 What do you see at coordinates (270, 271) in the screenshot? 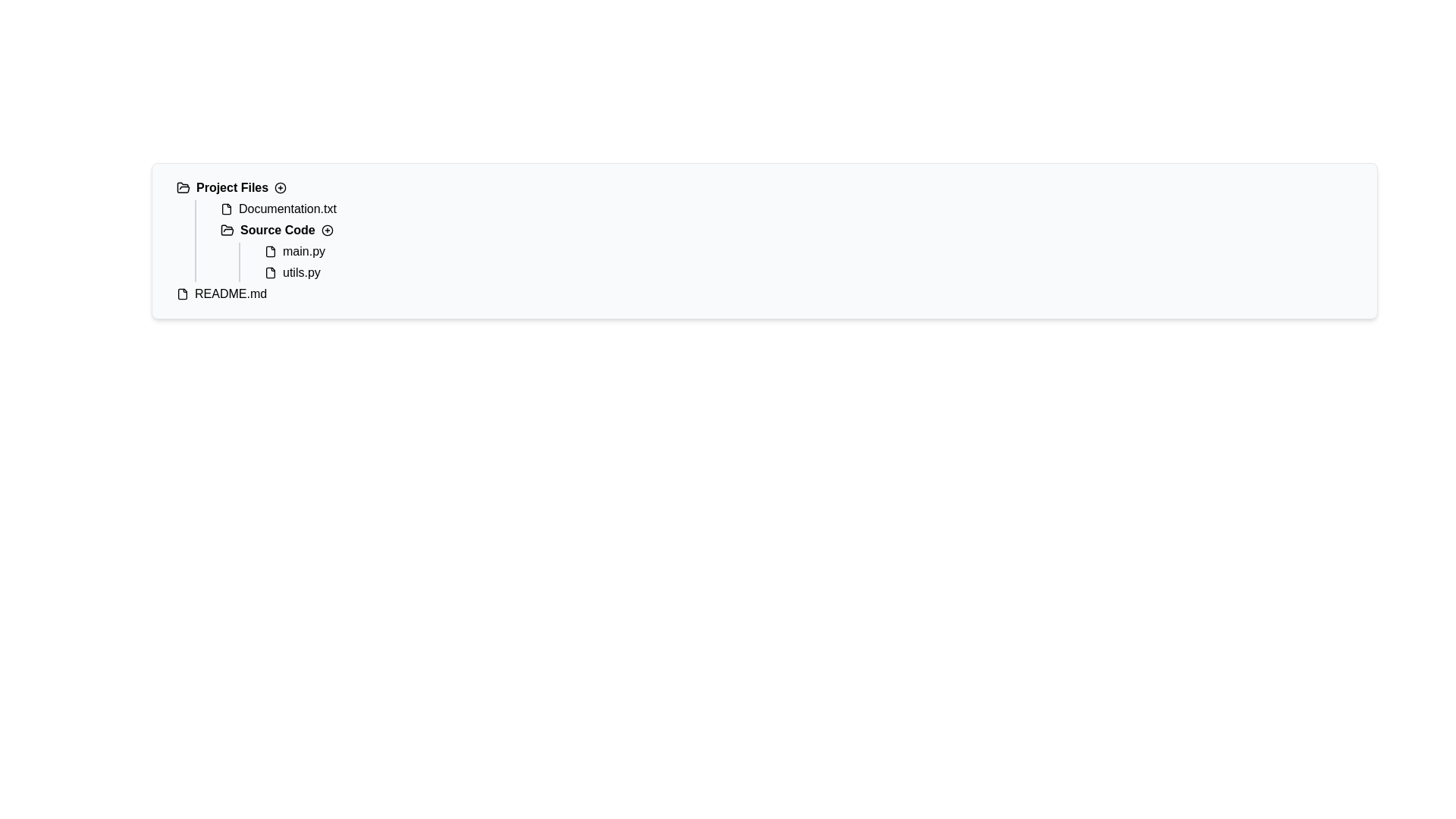
I see `the document icon located to the left of the text 'utils.py' in the file tree` at bounding box center [270, 271].